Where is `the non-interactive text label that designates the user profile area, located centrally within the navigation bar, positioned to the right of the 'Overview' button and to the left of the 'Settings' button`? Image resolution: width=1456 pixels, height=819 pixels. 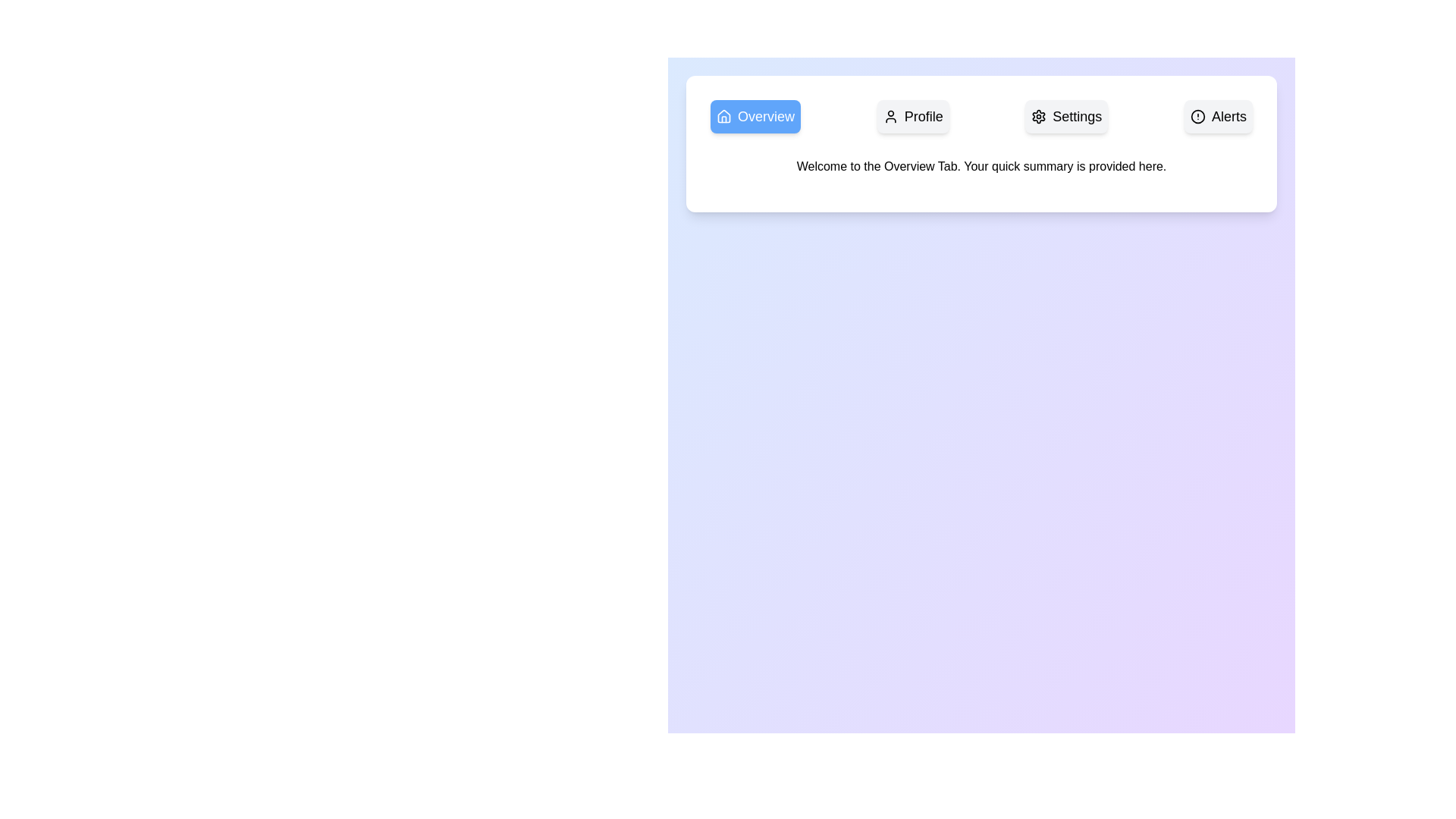
the non-interactive text label that designates the user profile area, located centrally within the navigation bar, positioned to the right of the 'Overview' button and to the left of the 'Settings' button is located at coordinates (923, 116).